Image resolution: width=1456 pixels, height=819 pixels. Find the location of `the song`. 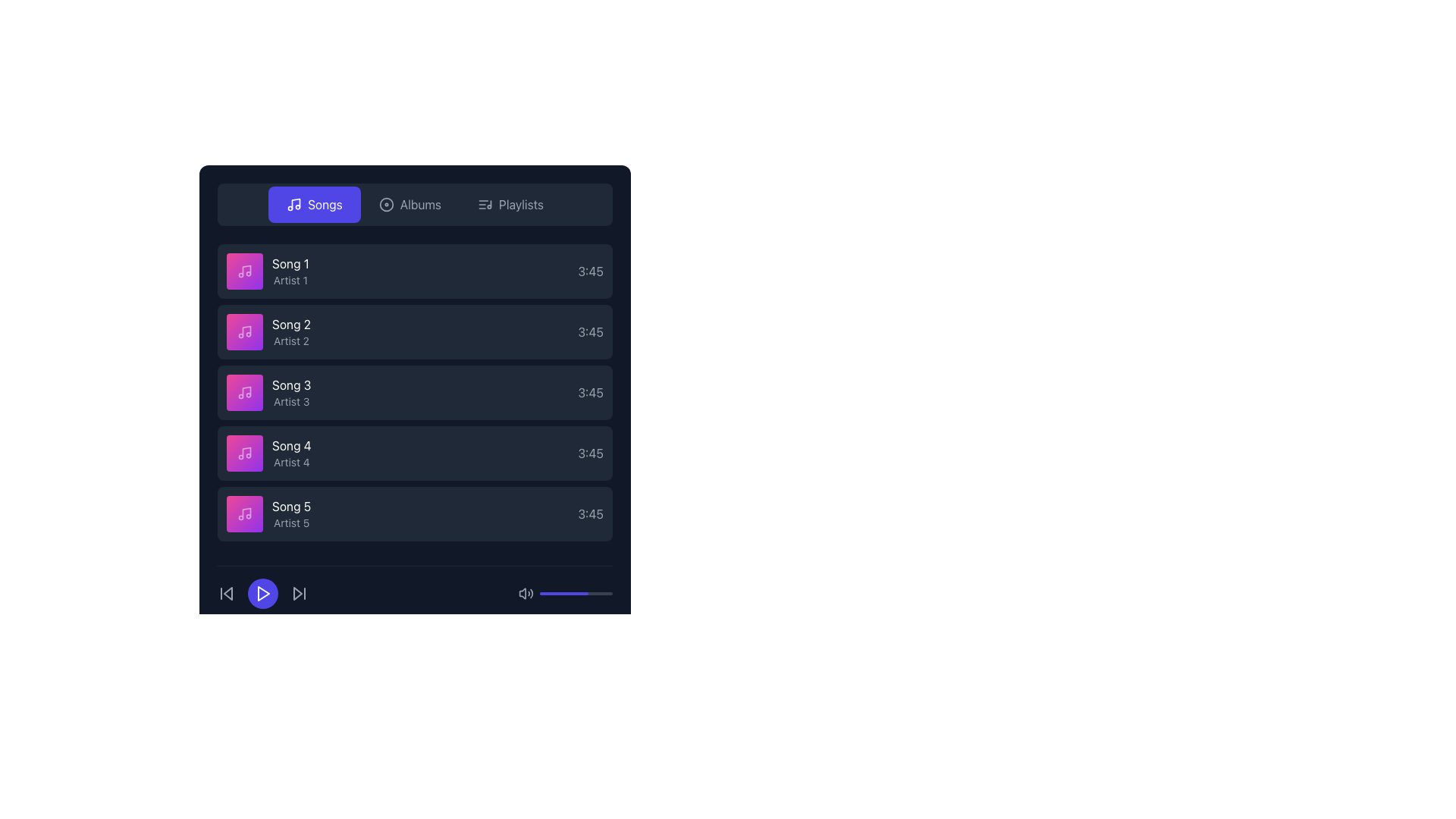

the song is located at coordinates (415, 391).